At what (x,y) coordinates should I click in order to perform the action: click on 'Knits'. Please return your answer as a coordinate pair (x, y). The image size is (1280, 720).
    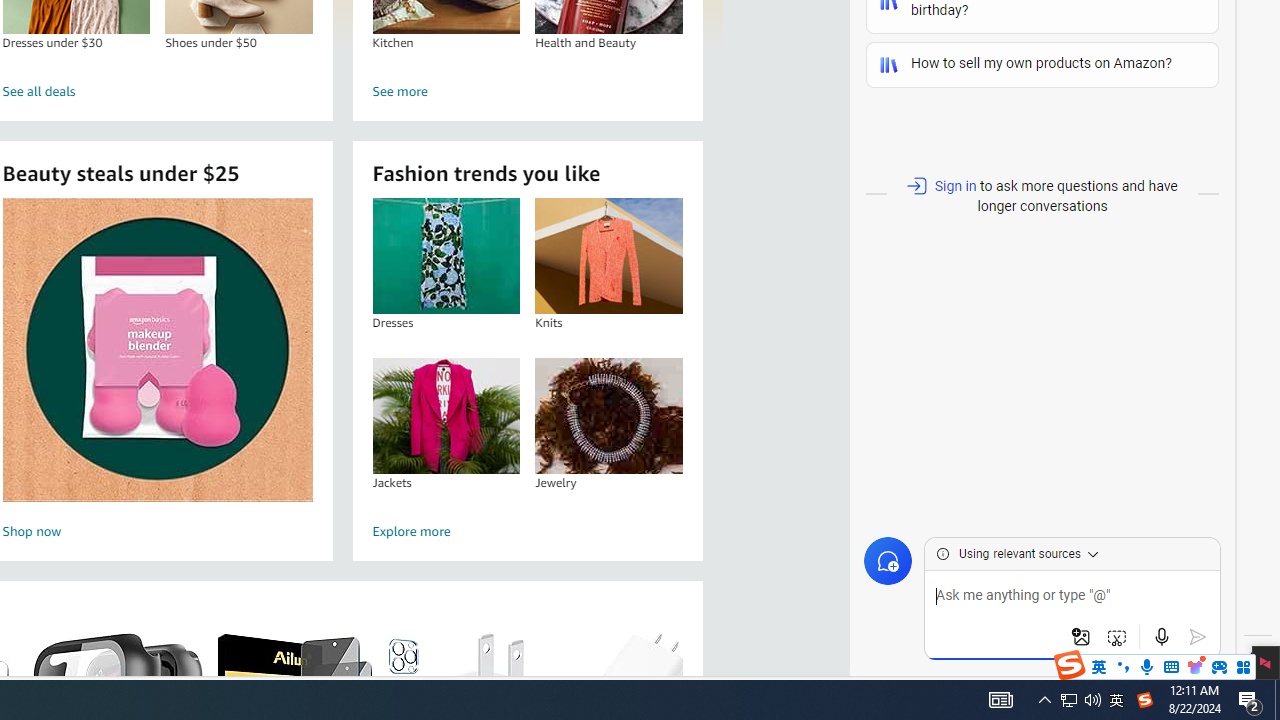
    Looking at the image, I should click on (607, 255).